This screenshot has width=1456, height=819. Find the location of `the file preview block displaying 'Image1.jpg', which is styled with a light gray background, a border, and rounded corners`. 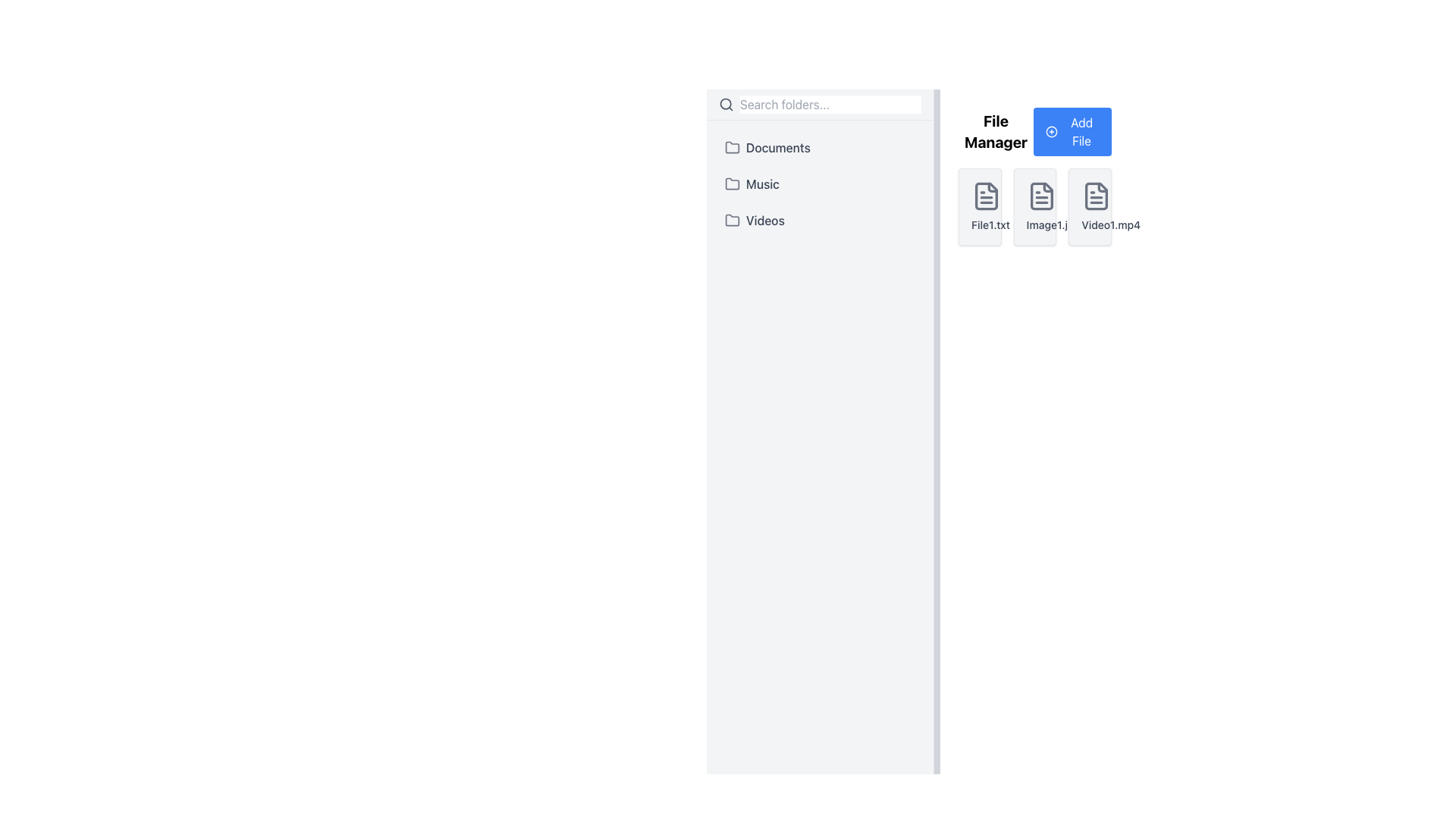

the file preview block displaying 'Image1.jpg', which is styled with a light gray background, a border, and rounded corners is located at coordinates (1034, 207).